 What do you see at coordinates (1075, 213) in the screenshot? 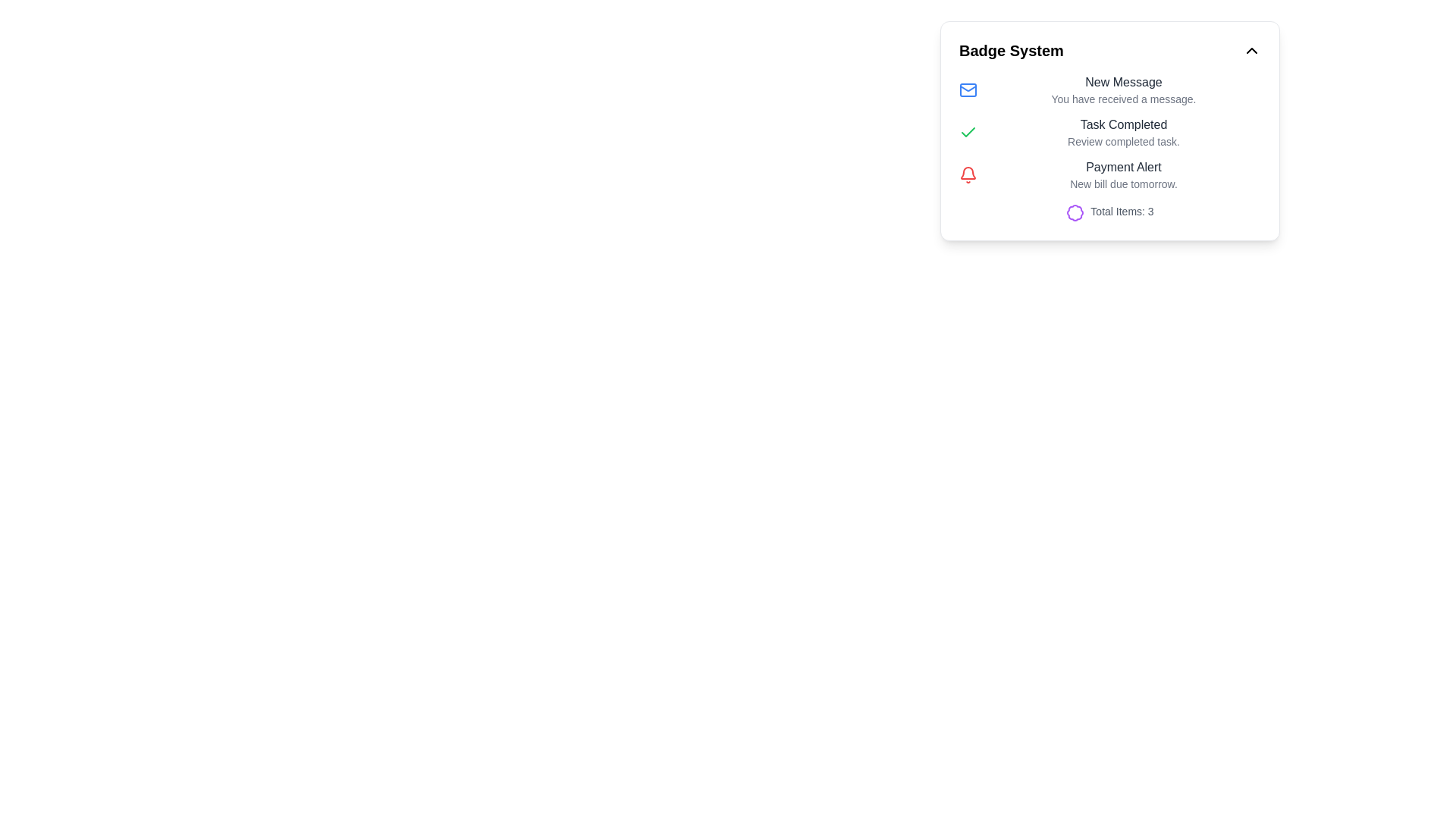
I see `the purple badge icon located at the bottom of the 'Badge System' widget, aligned with the text 'Total Items: 3'` at bounding box center [1075, 213].